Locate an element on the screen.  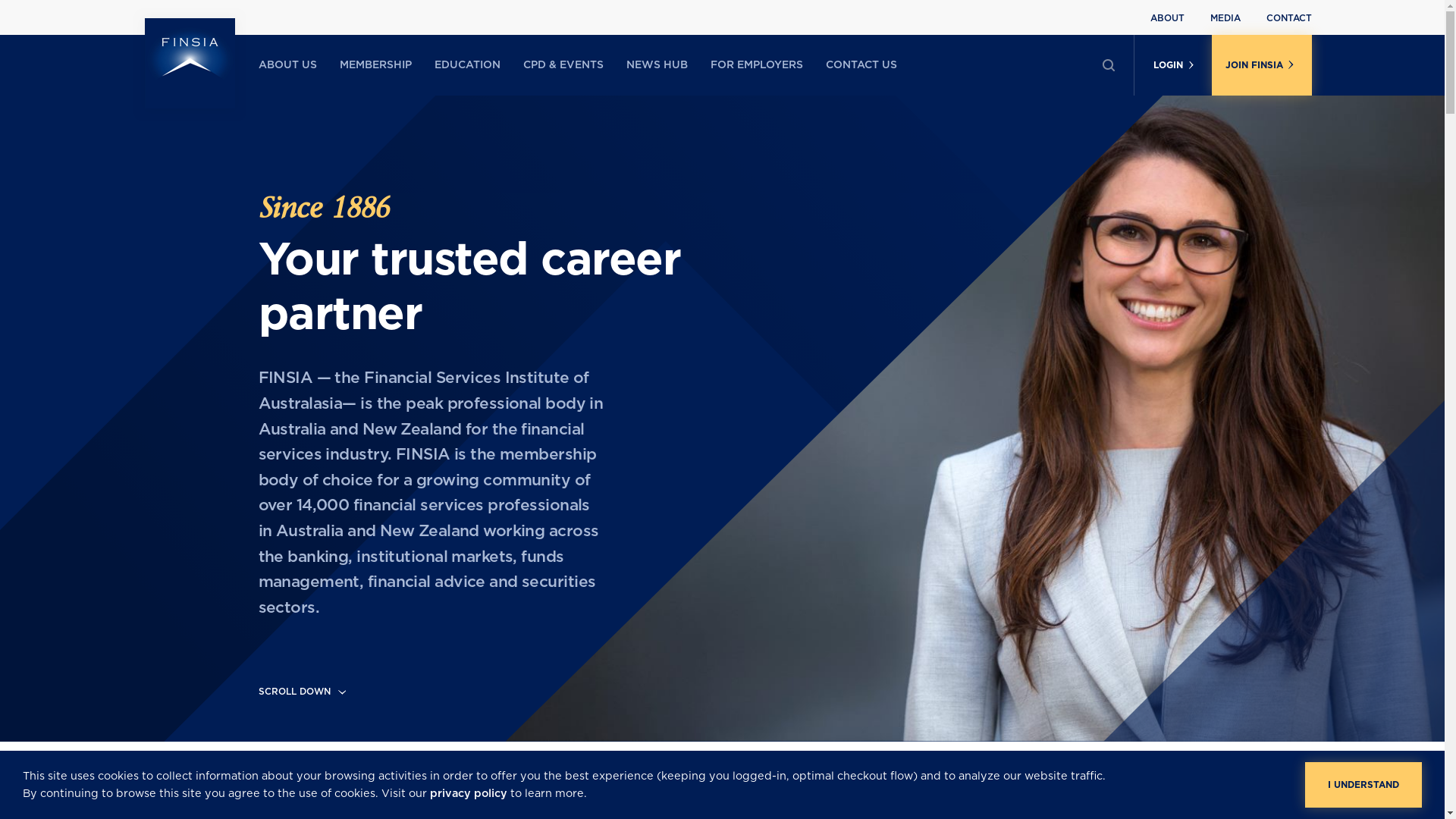
'JOIN FINSIA' is located at coordinates (1262, 64).